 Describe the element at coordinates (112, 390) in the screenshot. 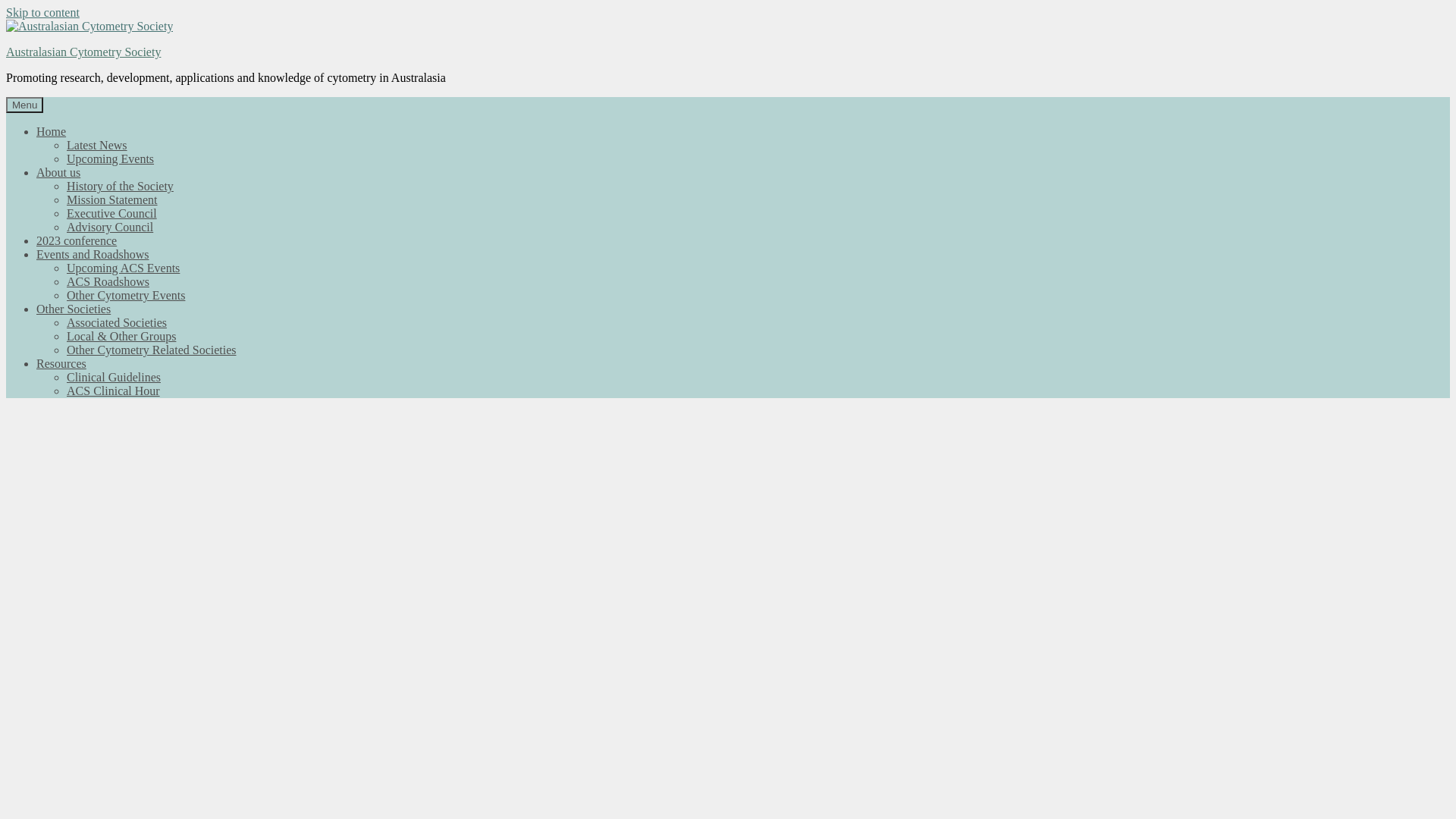

I see `'ACS Clinical Hour'` at that location.